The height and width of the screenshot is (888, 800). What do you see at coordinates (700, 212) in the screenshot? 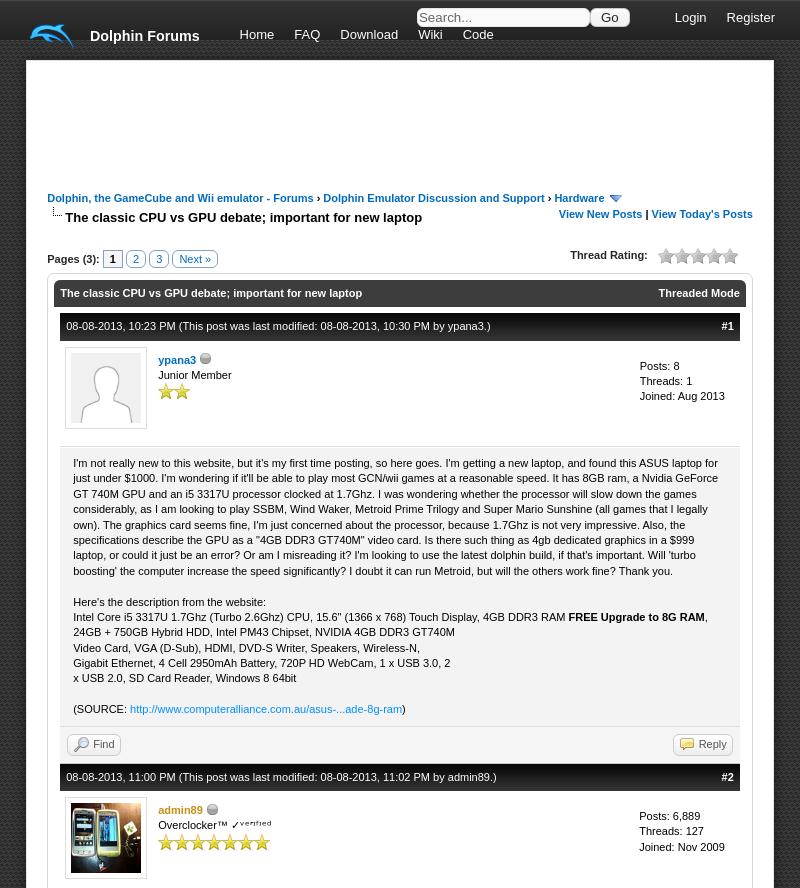
I see `'View Today's Posts'` at bounding box center [700, 212].